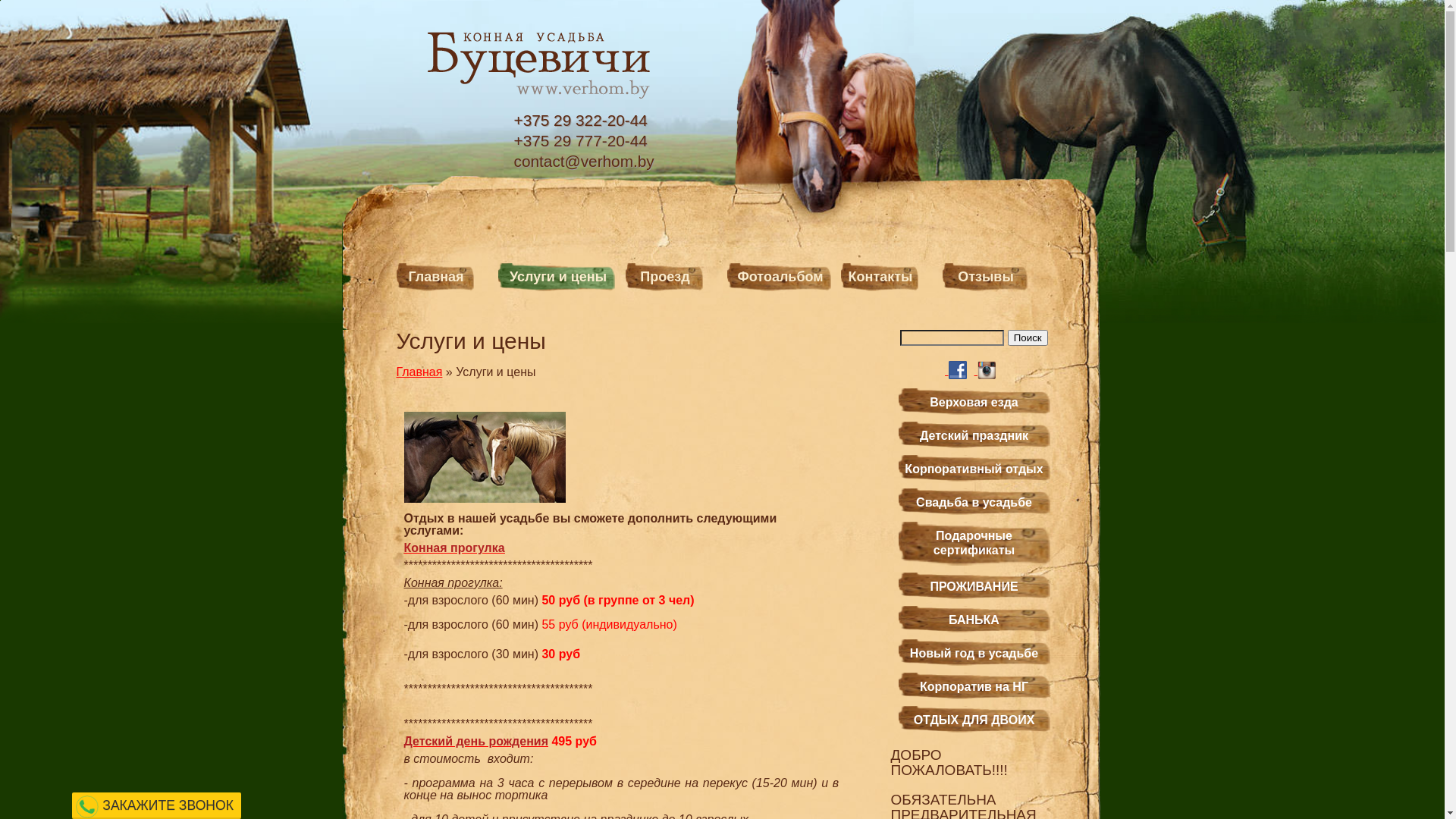  Describe the element at coordinates (513, 119) in the screenshot. I see `'+375 29 322-20-44'` at that location.